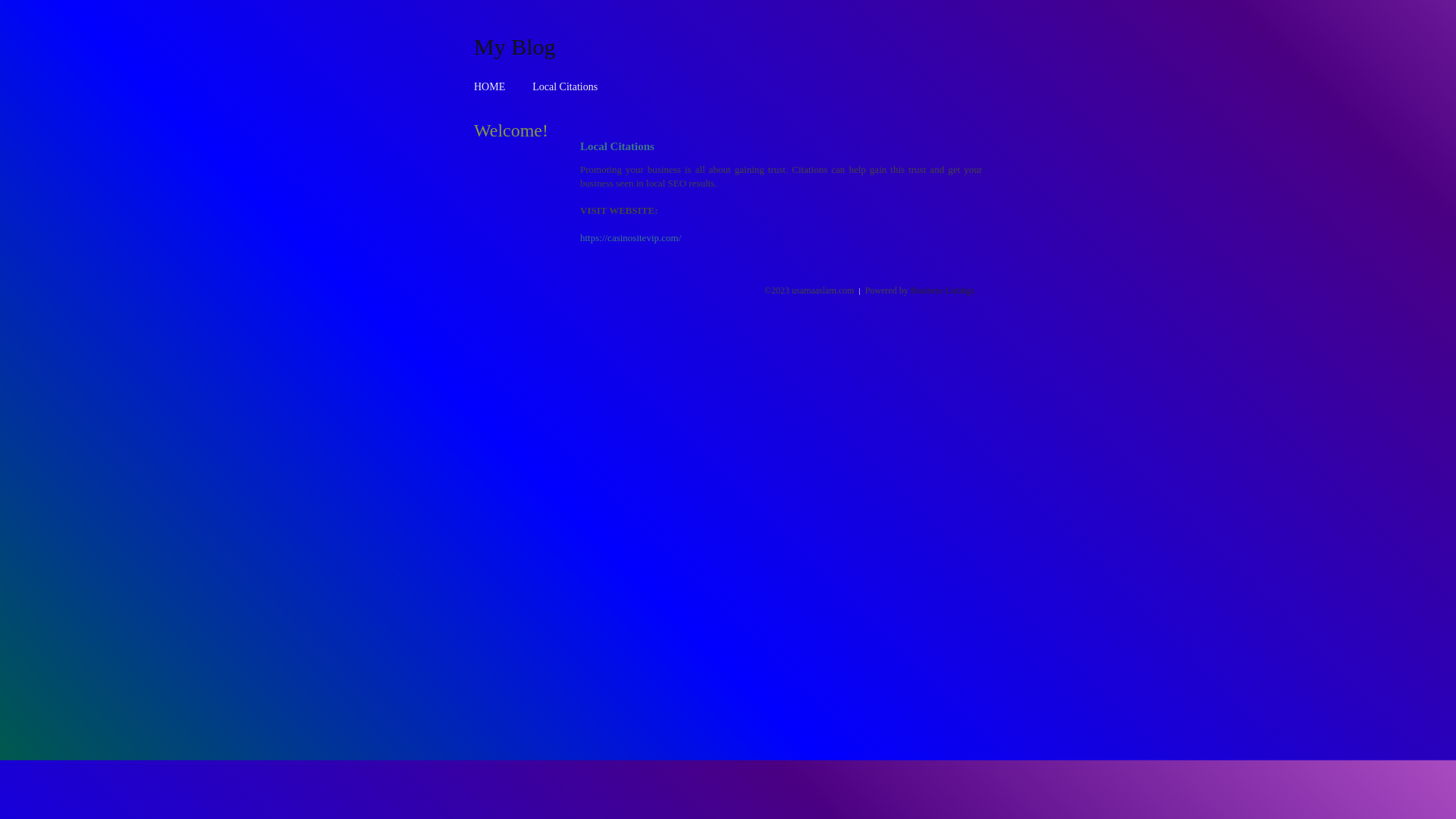 The width and height of the screenshot is (1456, 819). I want to click on 'Business Listings', so click(910, 290).